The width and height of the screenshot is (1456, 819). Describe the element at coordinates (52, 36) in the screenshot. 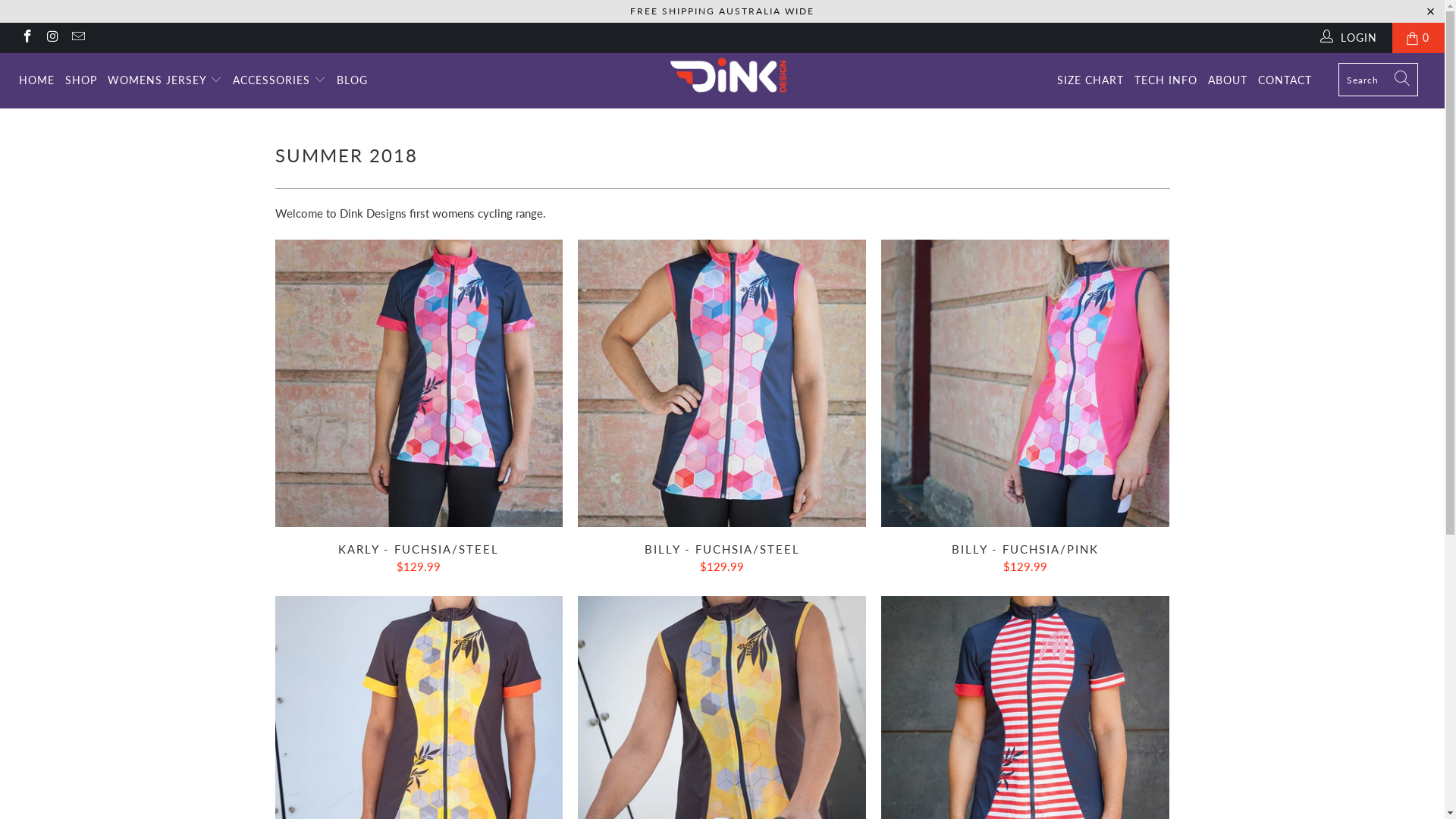

I see `'Dink Design on Instagram'` at that location.